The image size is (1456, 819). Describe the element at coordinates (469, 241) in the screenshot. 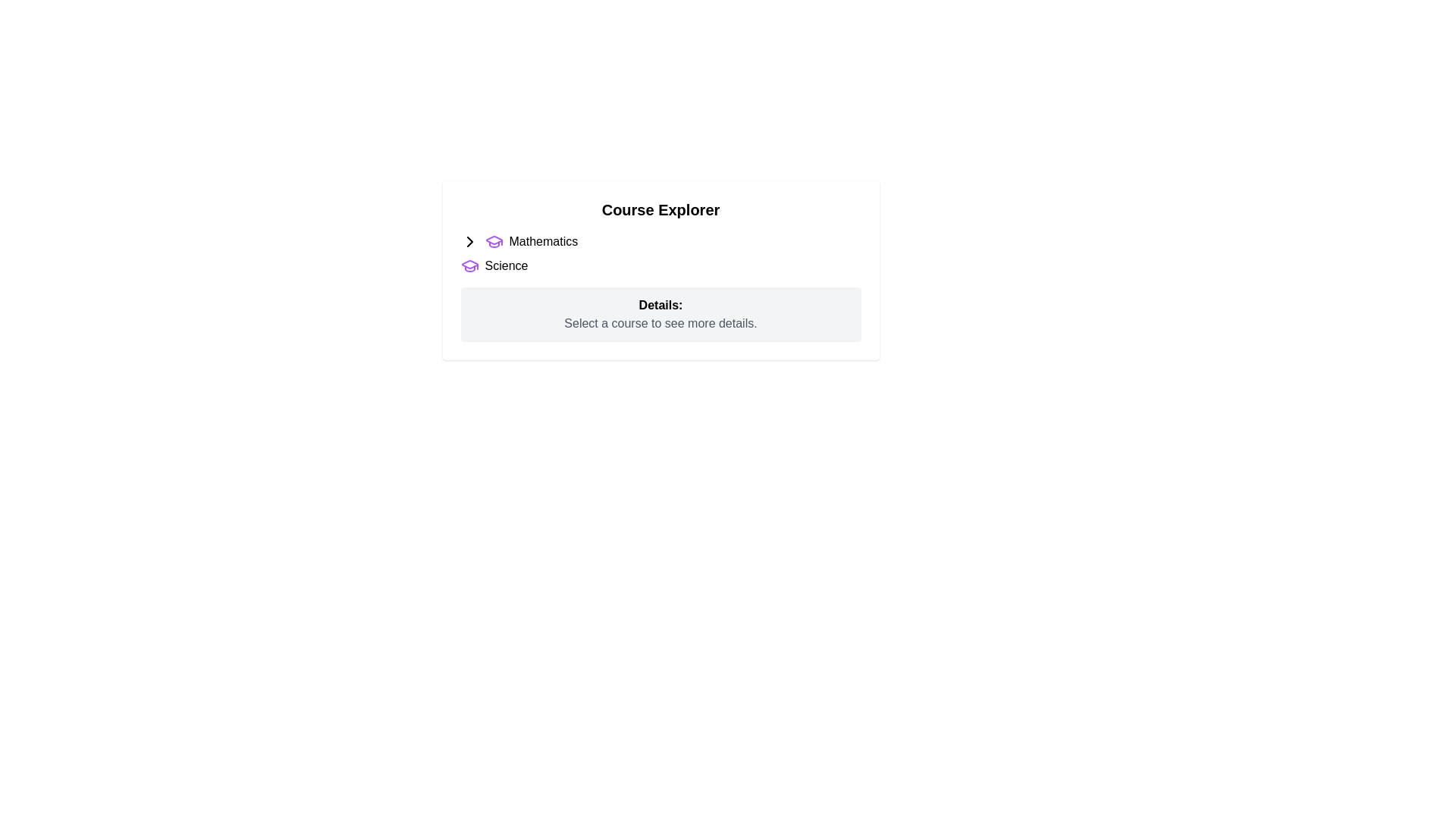

I see `the chevron icon located immediately to the left of the text 'Mathematics'` at that location.